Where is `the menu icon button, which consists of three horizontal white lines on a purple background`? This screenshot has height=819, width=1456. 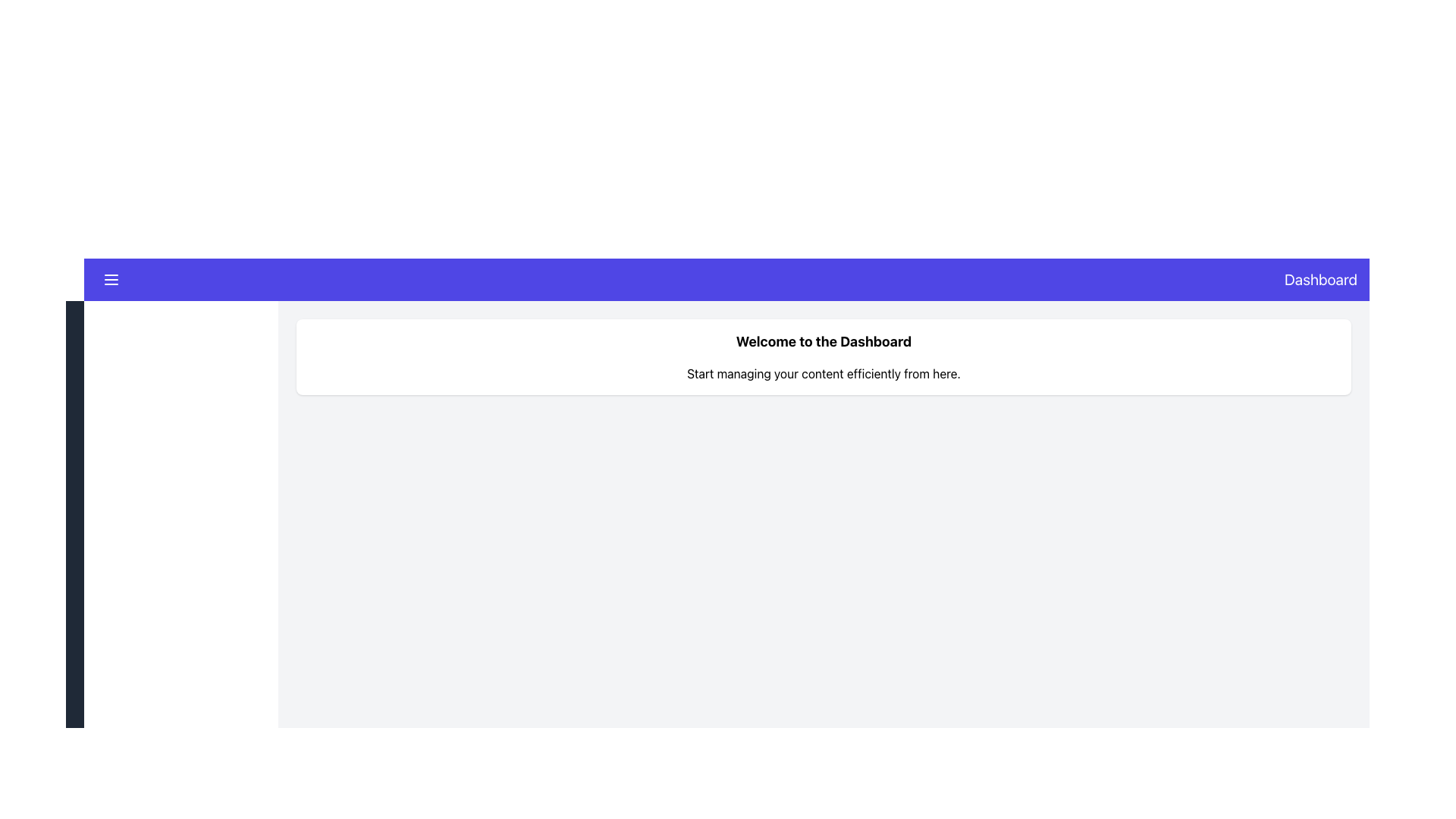
the menu icon button, which consists of three horizontal white lines on a purple background is located at coordinates (111, 280).